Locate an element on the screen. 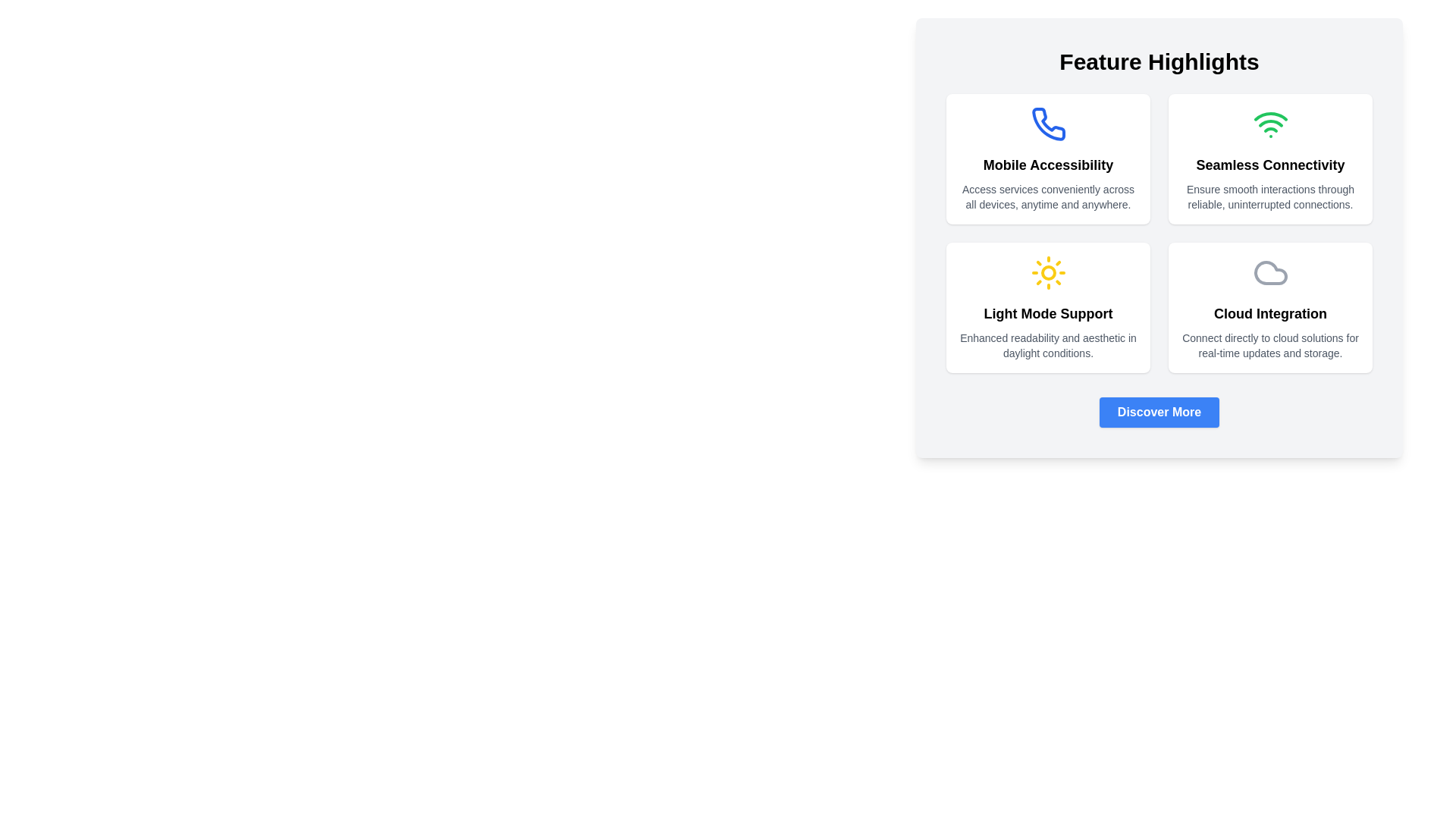  the Informational card titled 'Light Mode Support' which features a yellow sun icon and a description about enhanced readability in daylight conditions is located at coordinates (1047, 307).